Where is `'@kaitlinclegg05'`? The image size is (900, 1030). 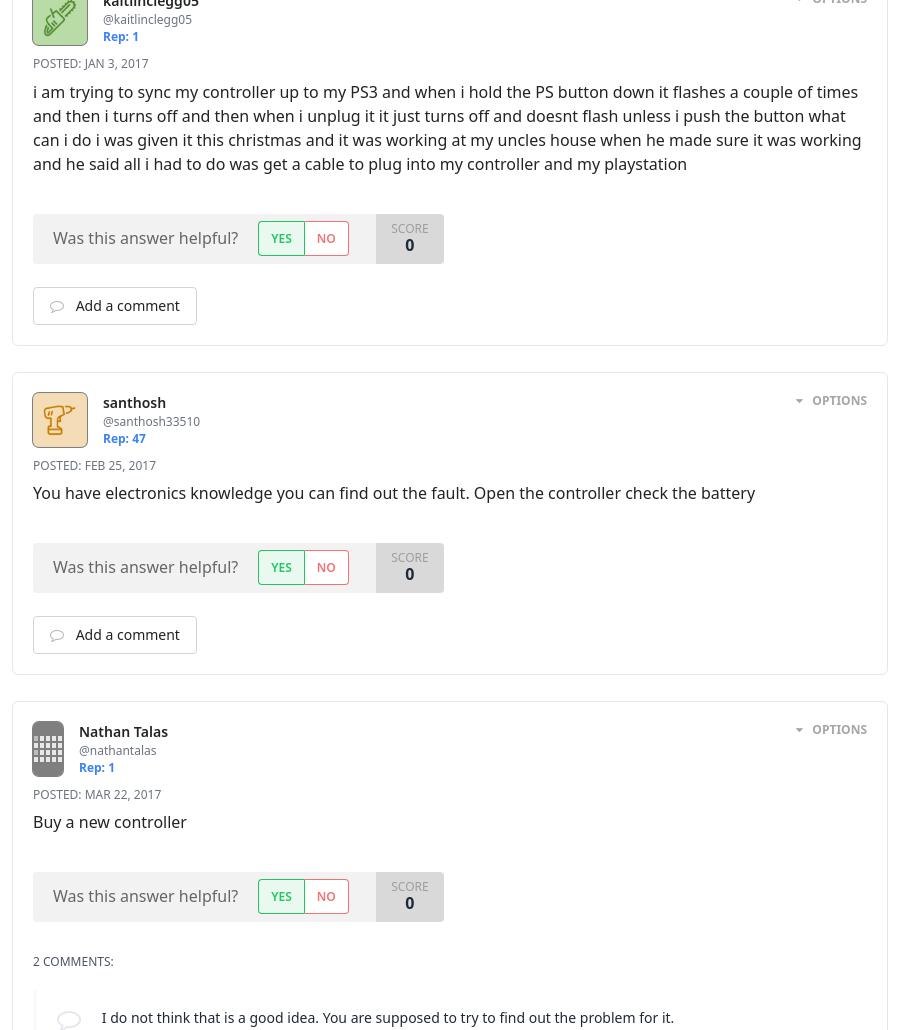 '@kaitlinclegg05' is located at coordinates (147, 19).